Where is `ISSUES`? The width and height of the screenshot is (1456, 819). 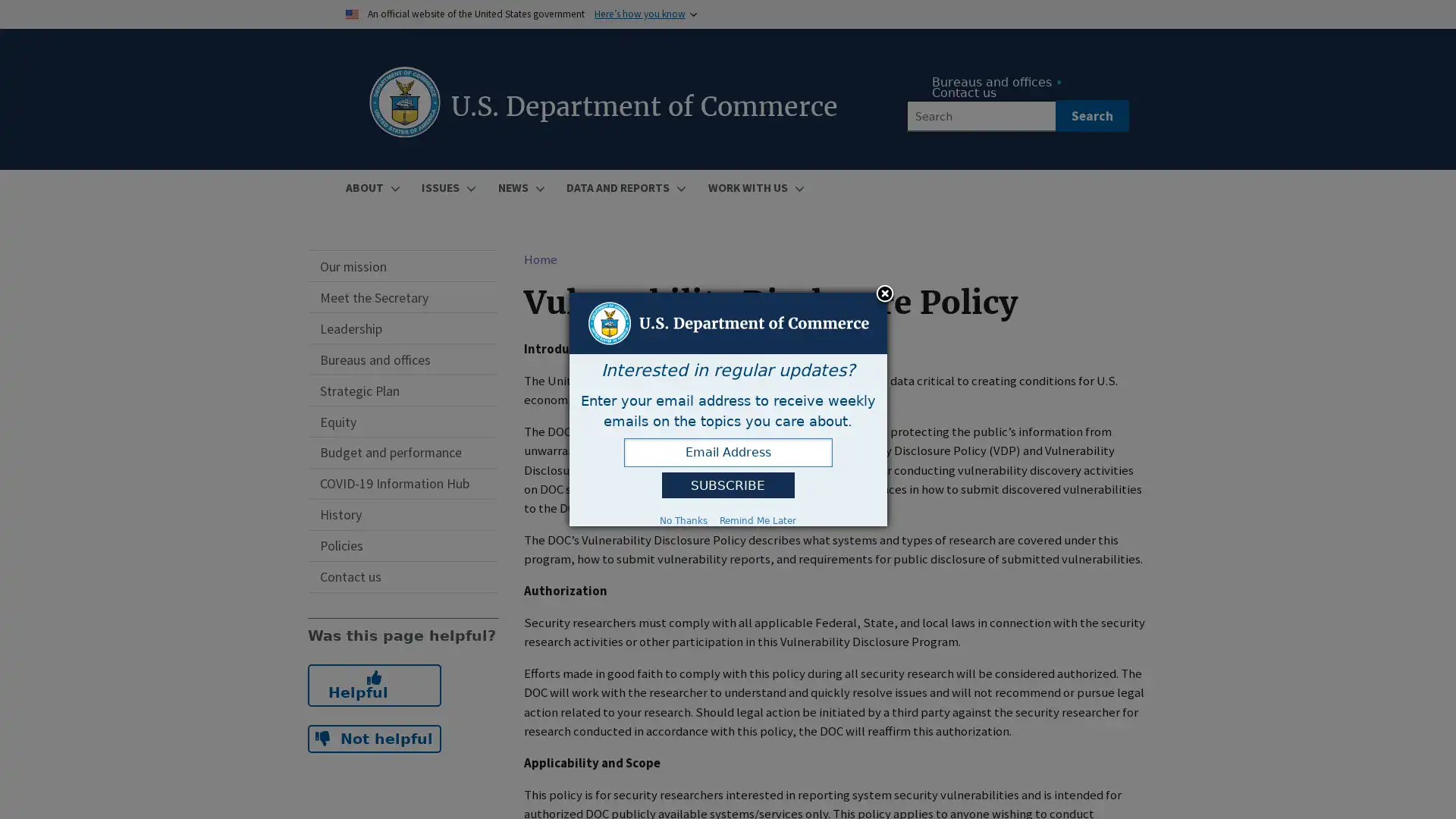 ISSUES is located at coordinates (446, 187).